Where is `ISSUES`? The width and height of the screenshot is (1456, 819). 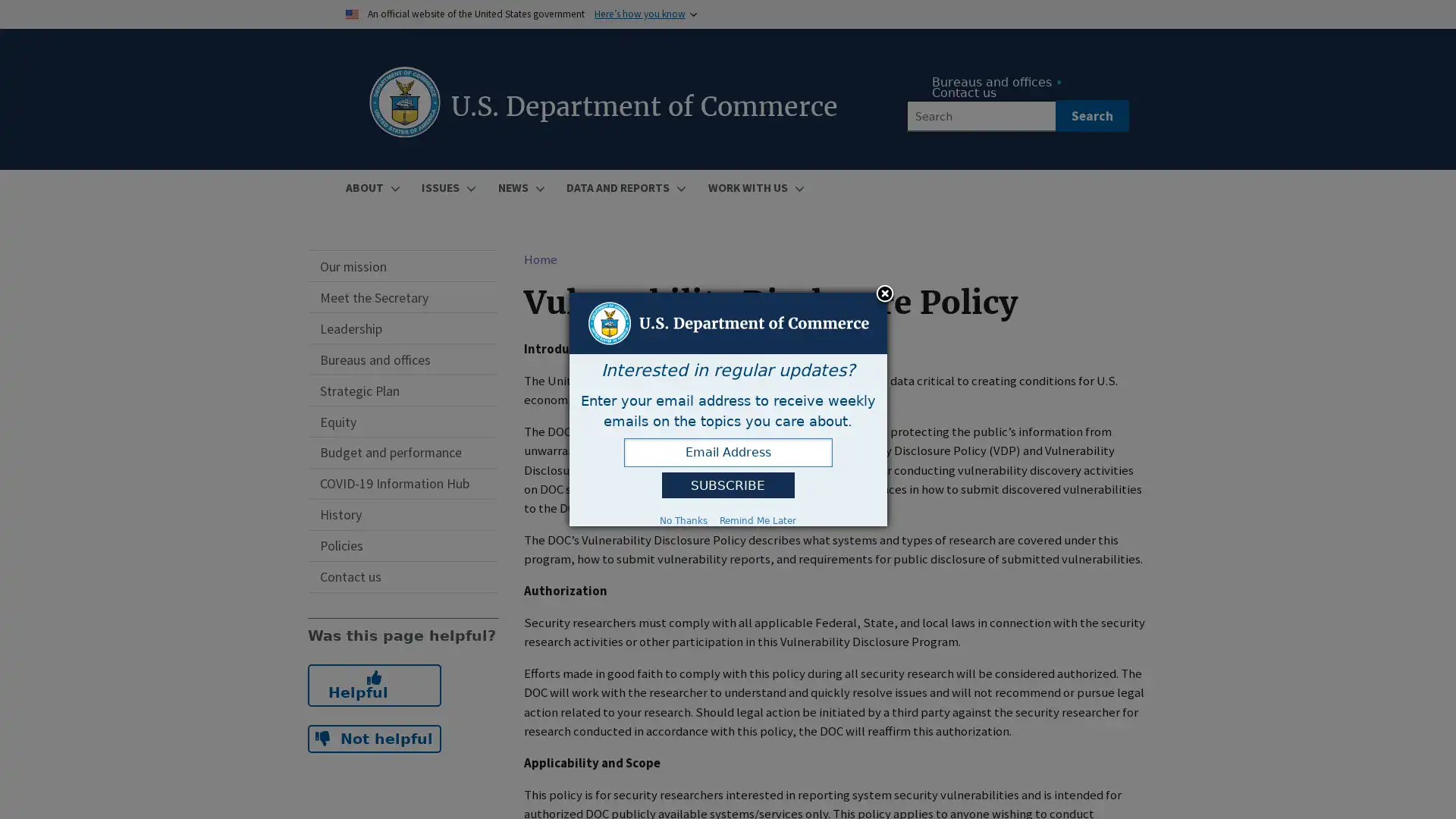 ISSUES is located at coordinates (446, 187).